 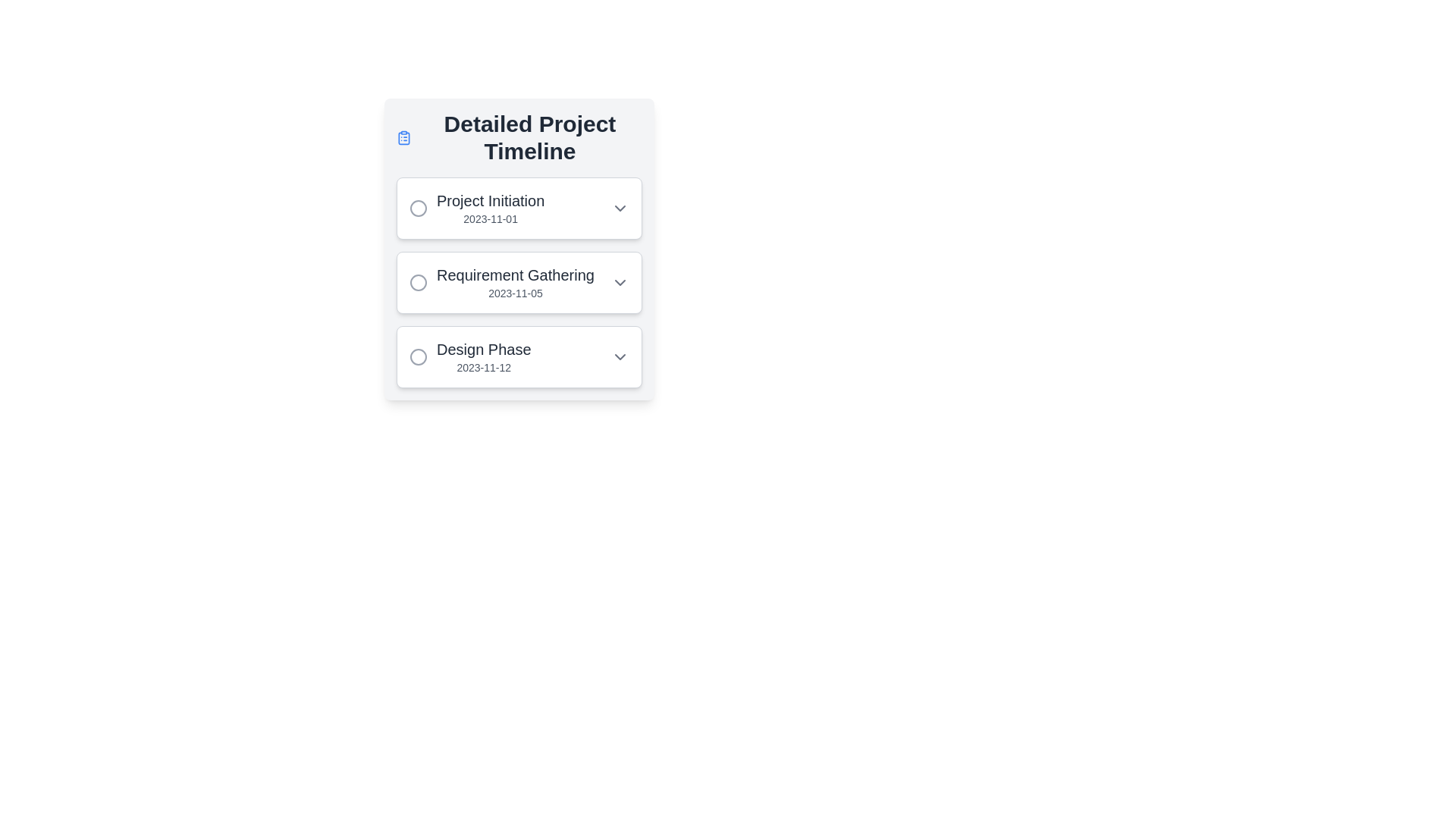 I want to click on the circular icon located to the left of the text 'Project Initiation' and the date '2023-11-01', which is the first component in a horizontal arrangement, so click(x=419, y=208).